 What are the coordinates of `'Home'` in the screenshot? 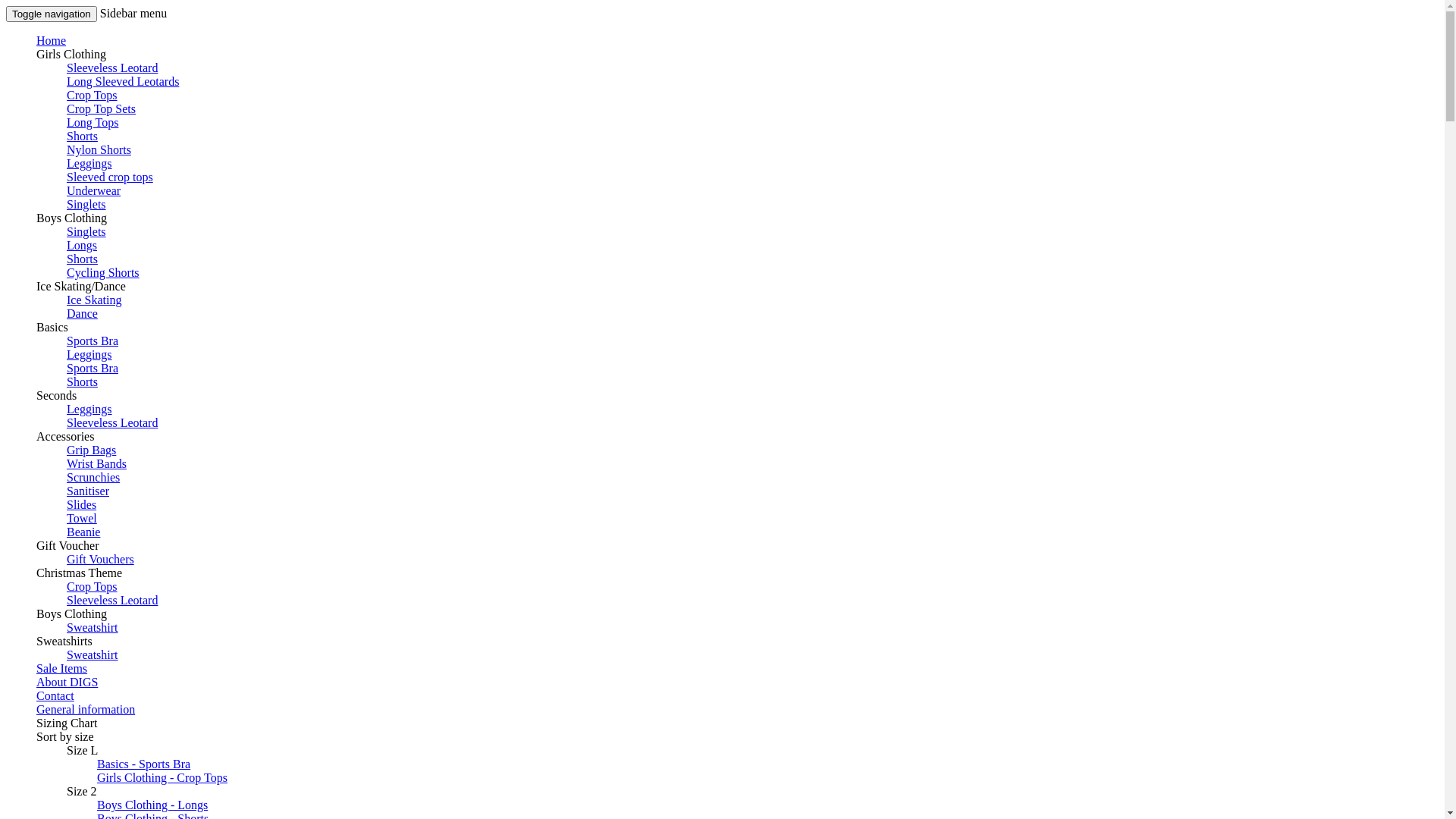 It's located at (51, 39).